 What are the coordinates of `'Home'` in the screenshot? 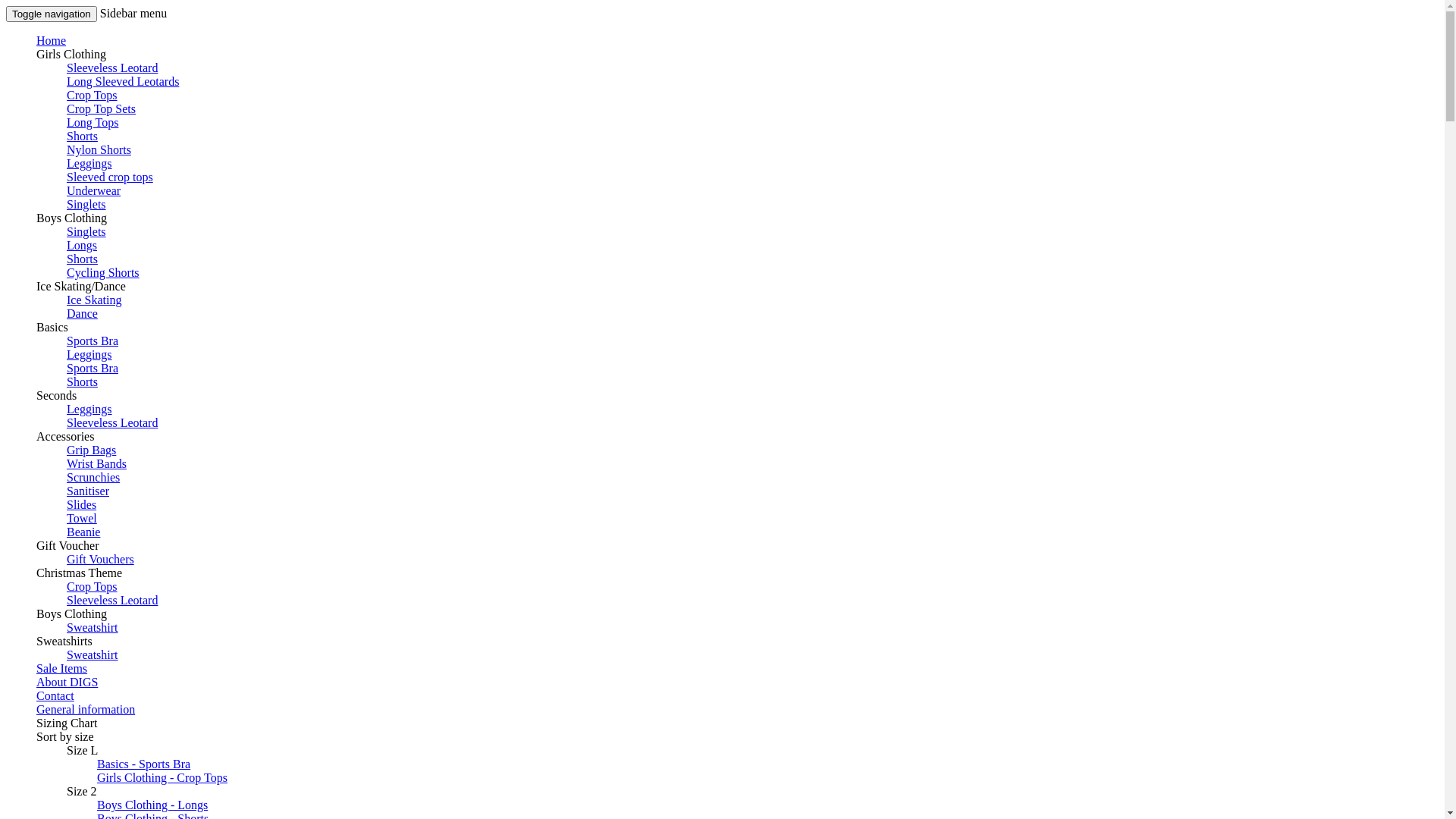 It's located at (51, 39).